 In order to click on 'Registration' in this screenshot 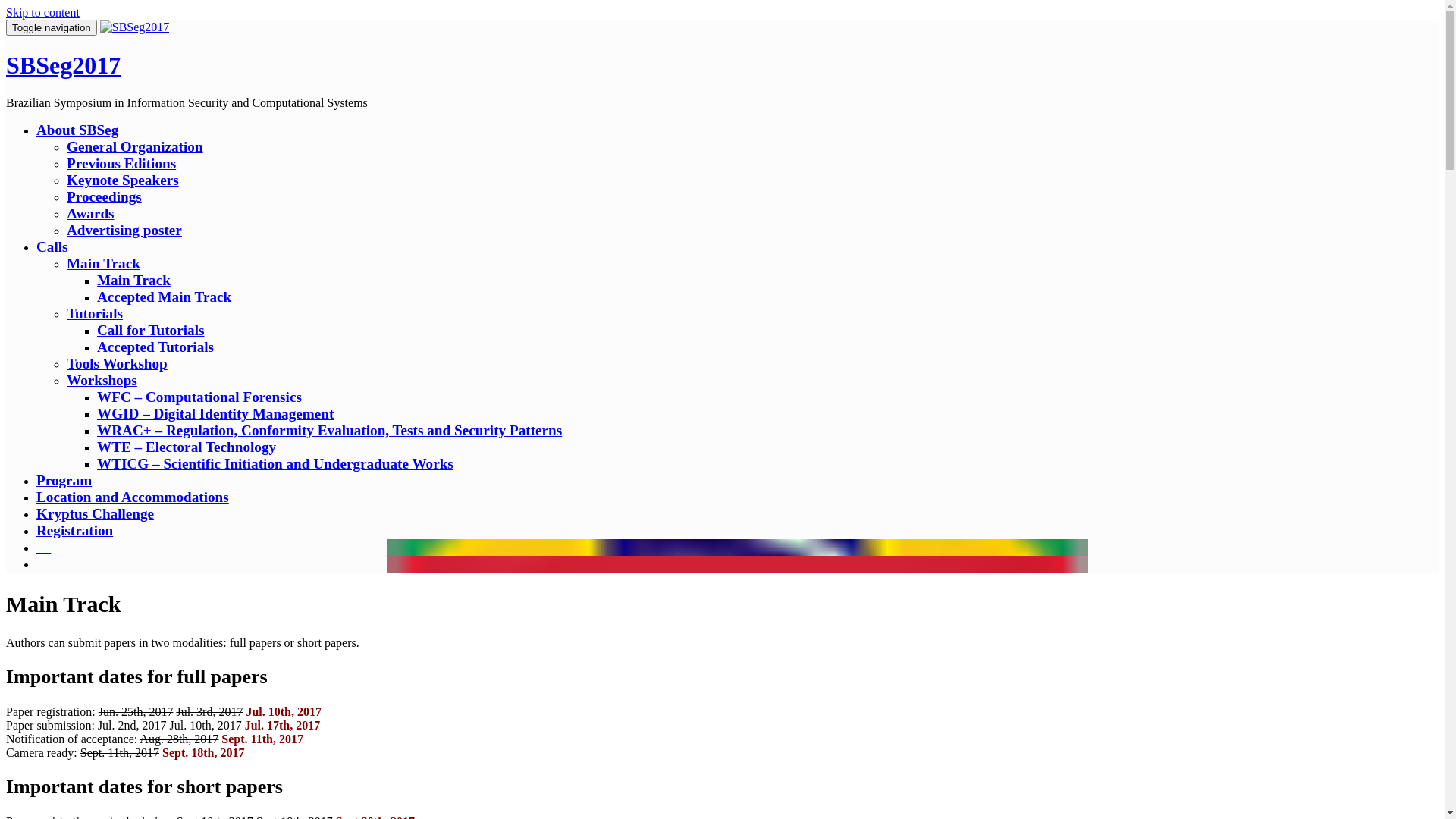, I will do `click(74, 529)`.